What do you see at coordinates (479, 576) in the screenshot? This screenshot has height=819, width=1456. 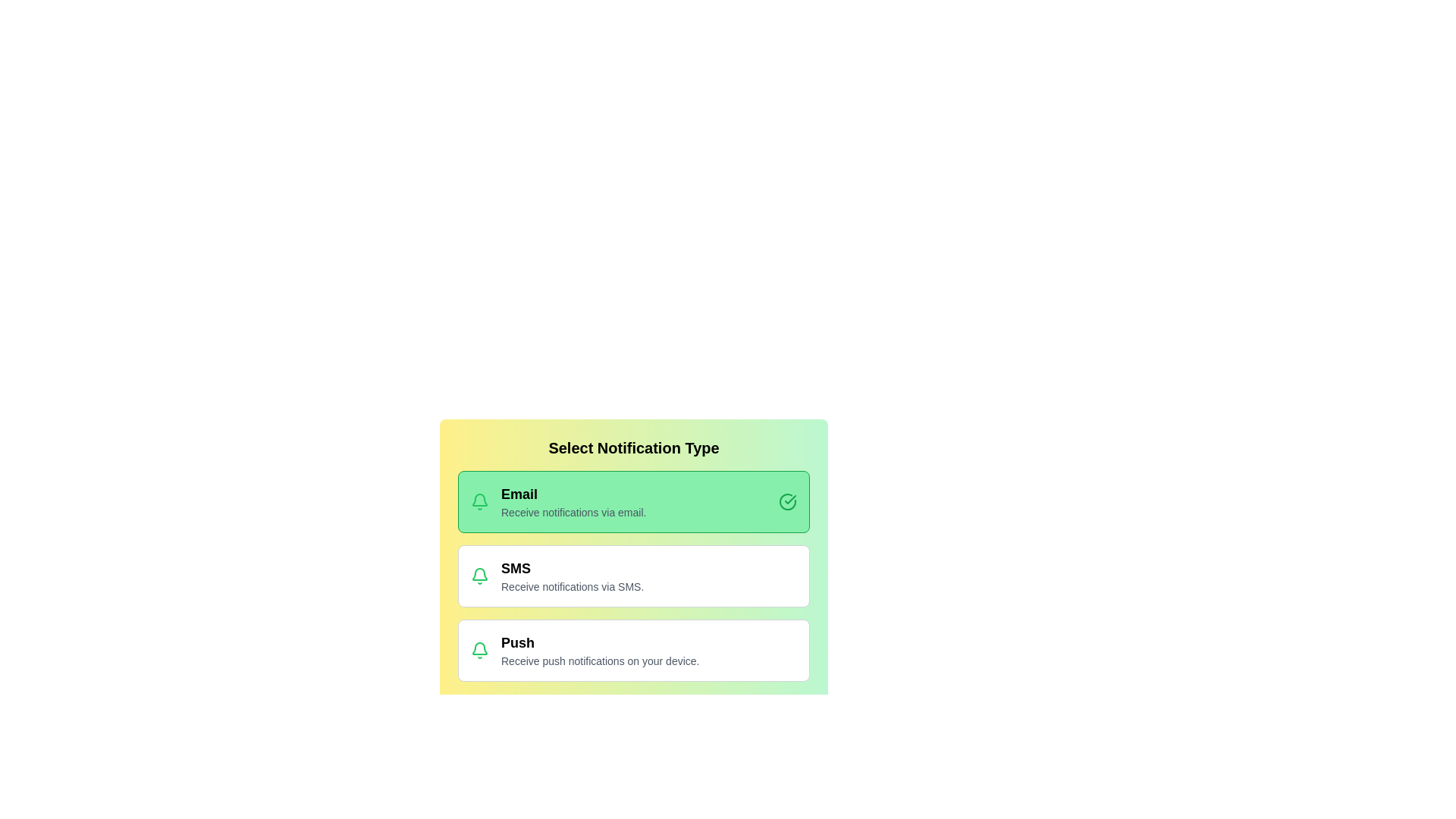 I see `the SMS notification icon, which is the leftmost element in its row, indicating SMS notifications` at bounding box center [479, 576].